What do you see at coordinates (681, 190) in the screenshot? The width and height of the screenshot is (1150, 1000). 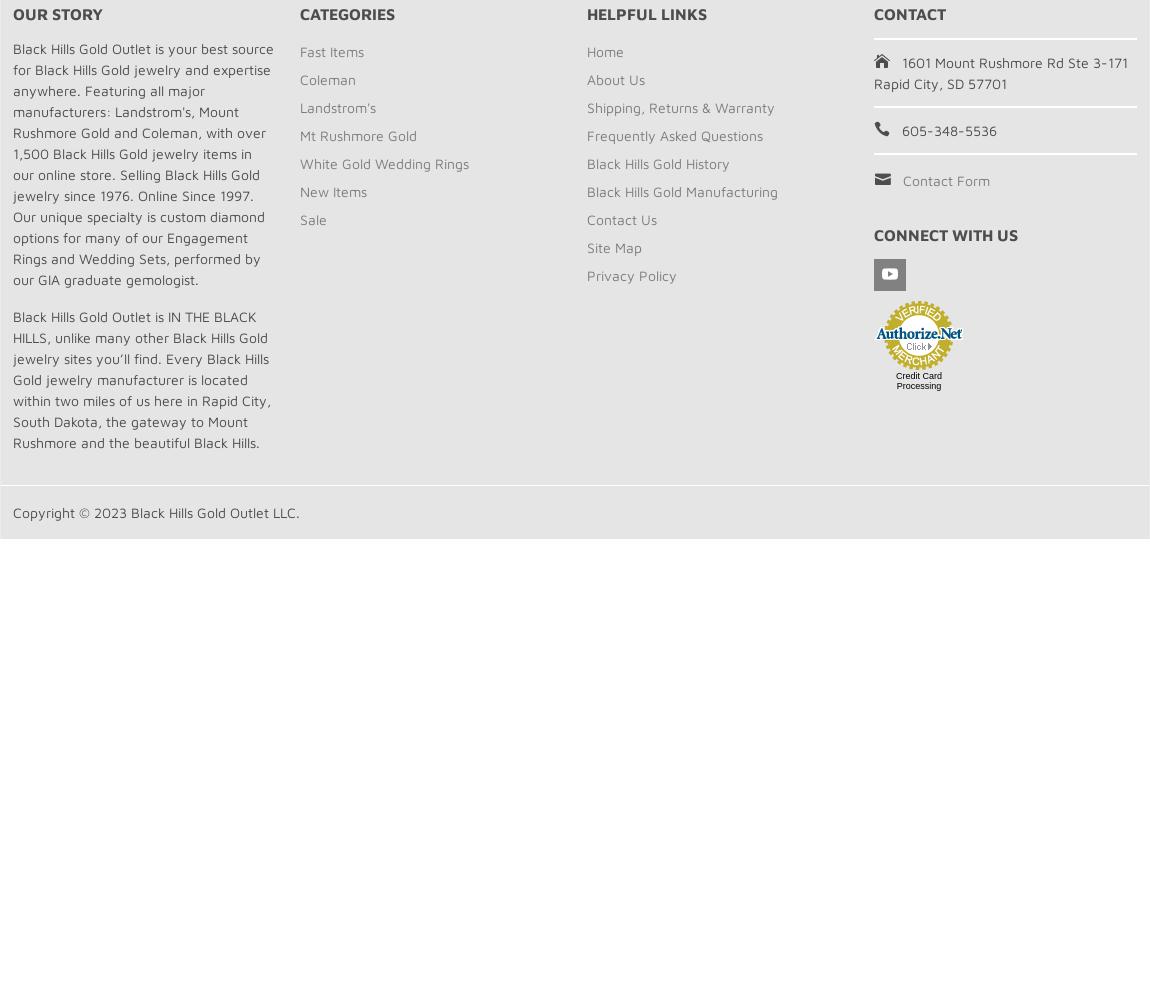 I see `'Black Hills Gold Manufacturing'` at bounding box center [681, 190].